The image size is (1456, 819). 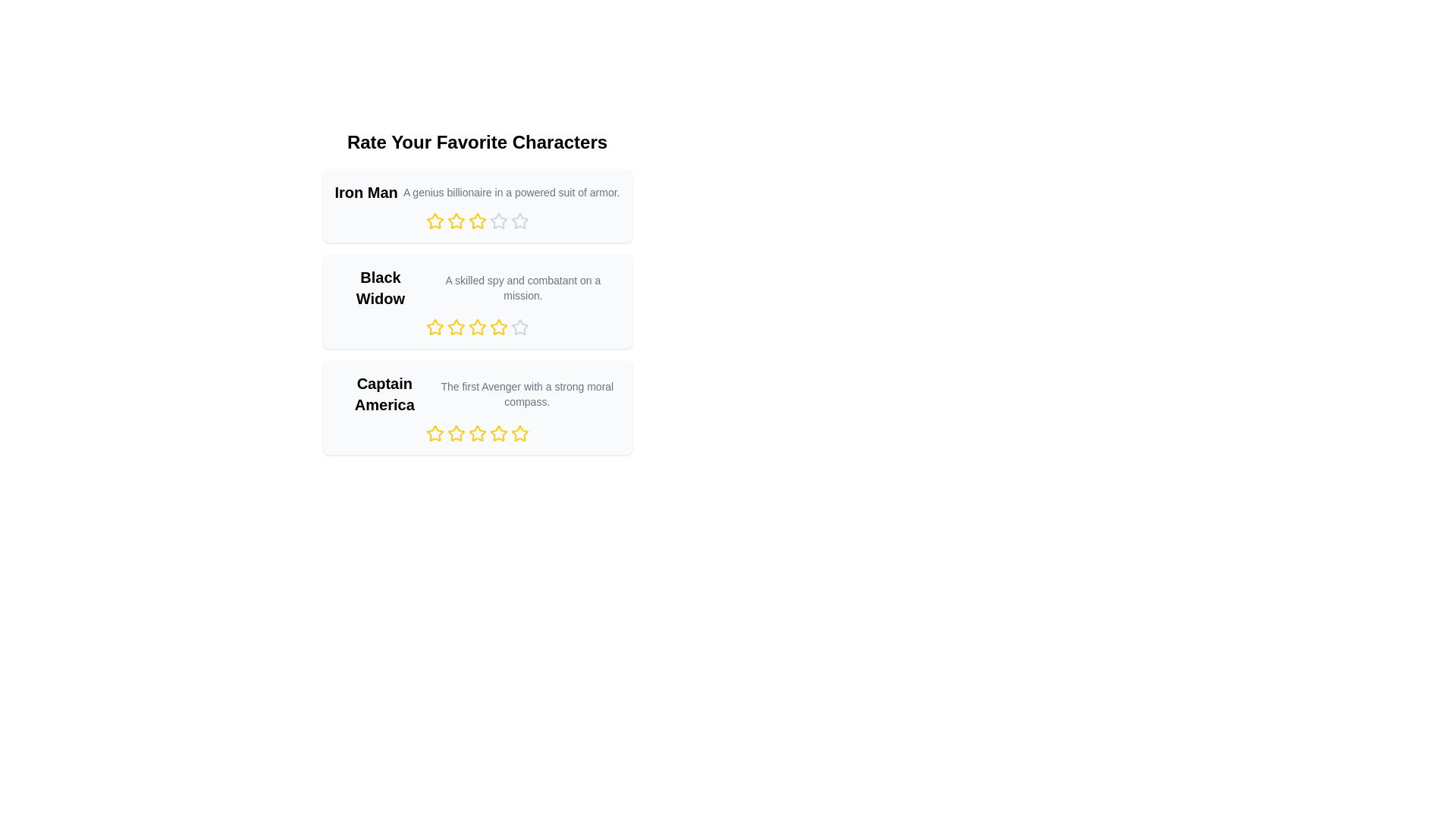 What do you see at coordinates (434, 433) in the screenshot?
I see `the yellow star icon used for rating below the text 'Captain America'` at bounding box center [434, 433].